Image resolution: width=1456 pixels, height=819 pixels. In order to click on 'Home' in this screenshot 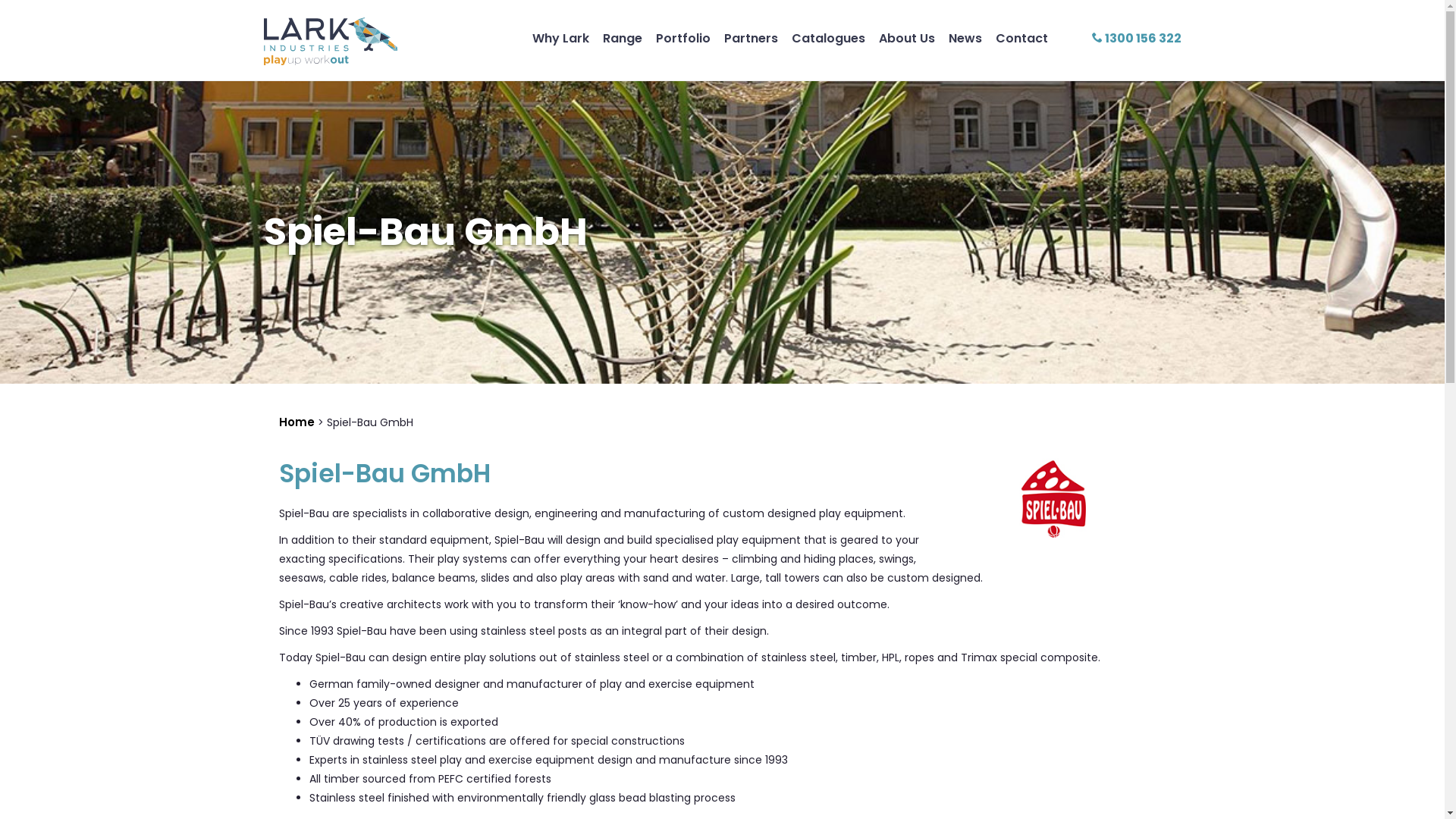, I will do `click(297, 422)`.